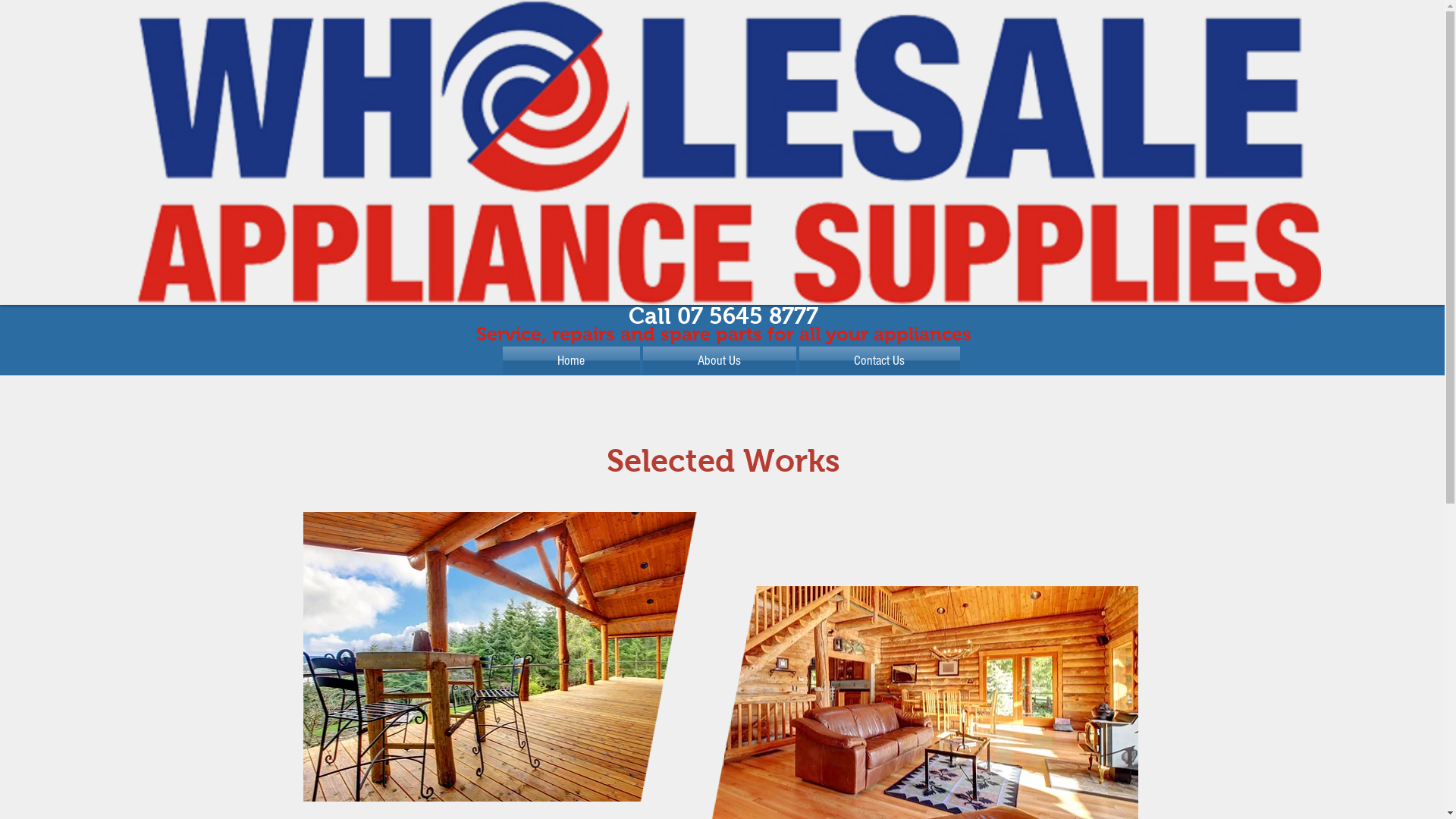  I want to click on 'Contact Us', so click(878, 360).